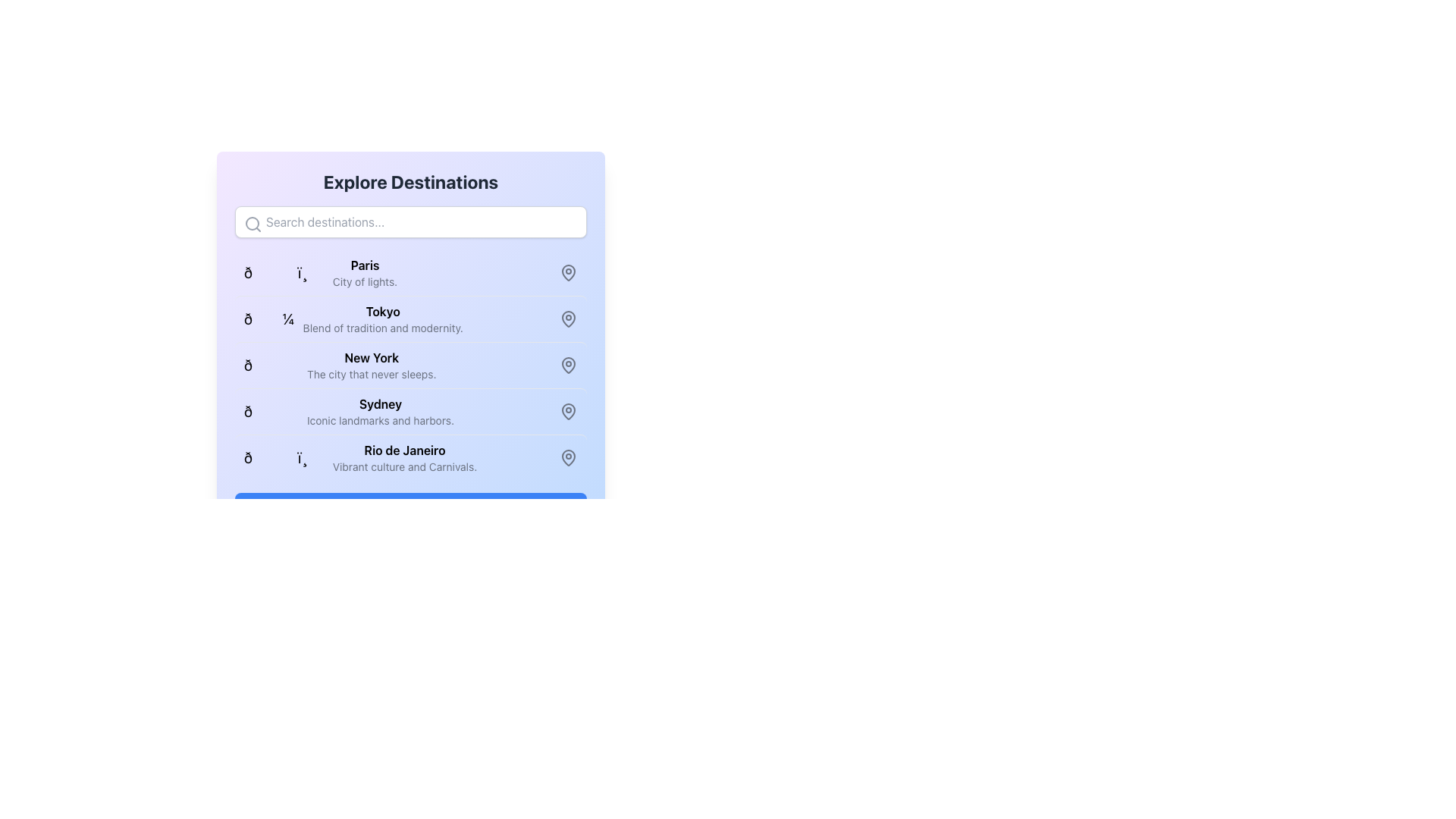 Image resolution: width=1456 pixels, height=819 pixels. What do you see at coordinates (353, 318) in the screenshot?
I see `the list item presenting the overview of the Tokyo destination in the 'Explore Destinations' section` at bounding box center [353, 318].